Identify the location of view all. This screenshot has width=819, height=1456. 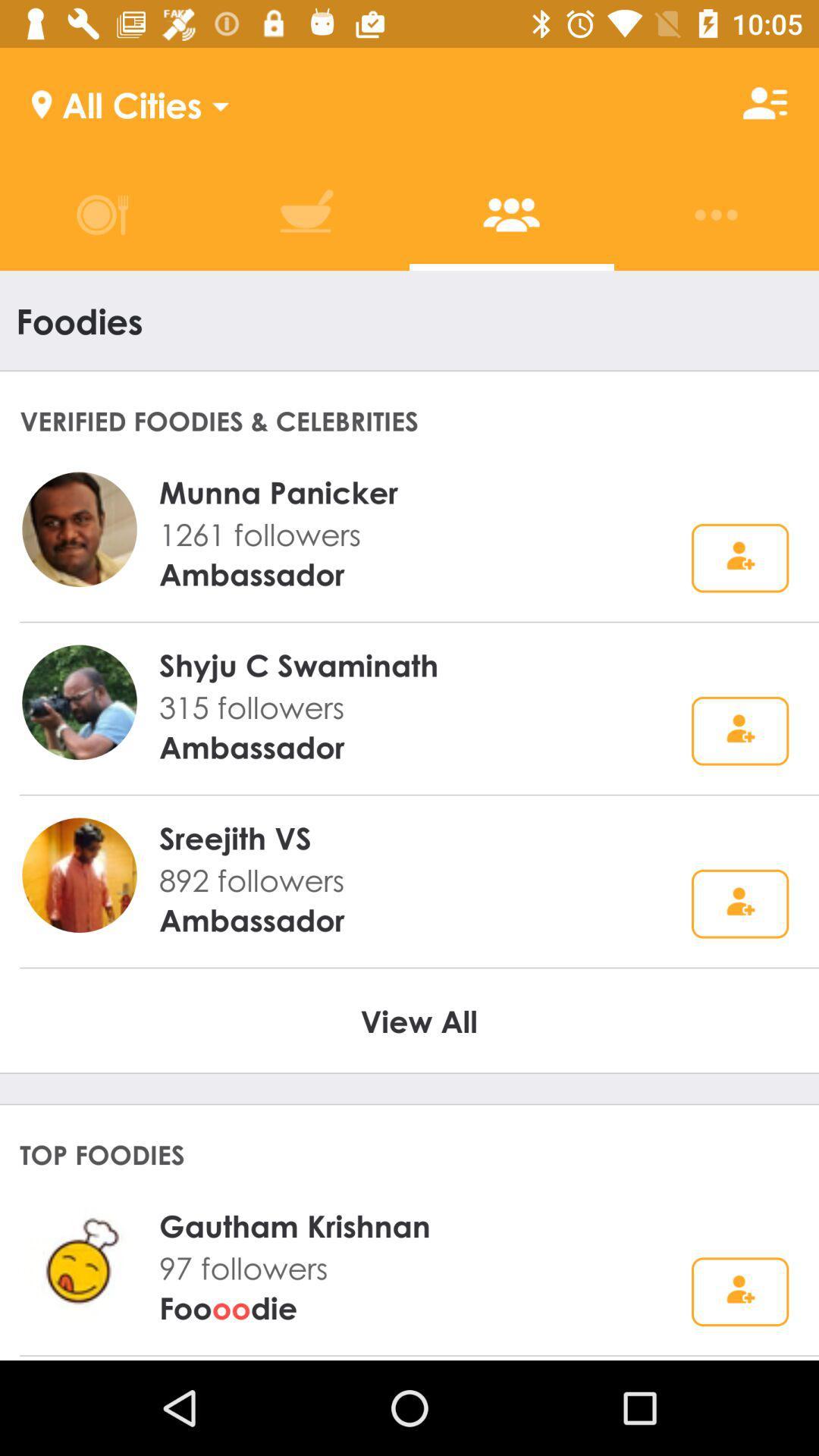
(419, 1020).